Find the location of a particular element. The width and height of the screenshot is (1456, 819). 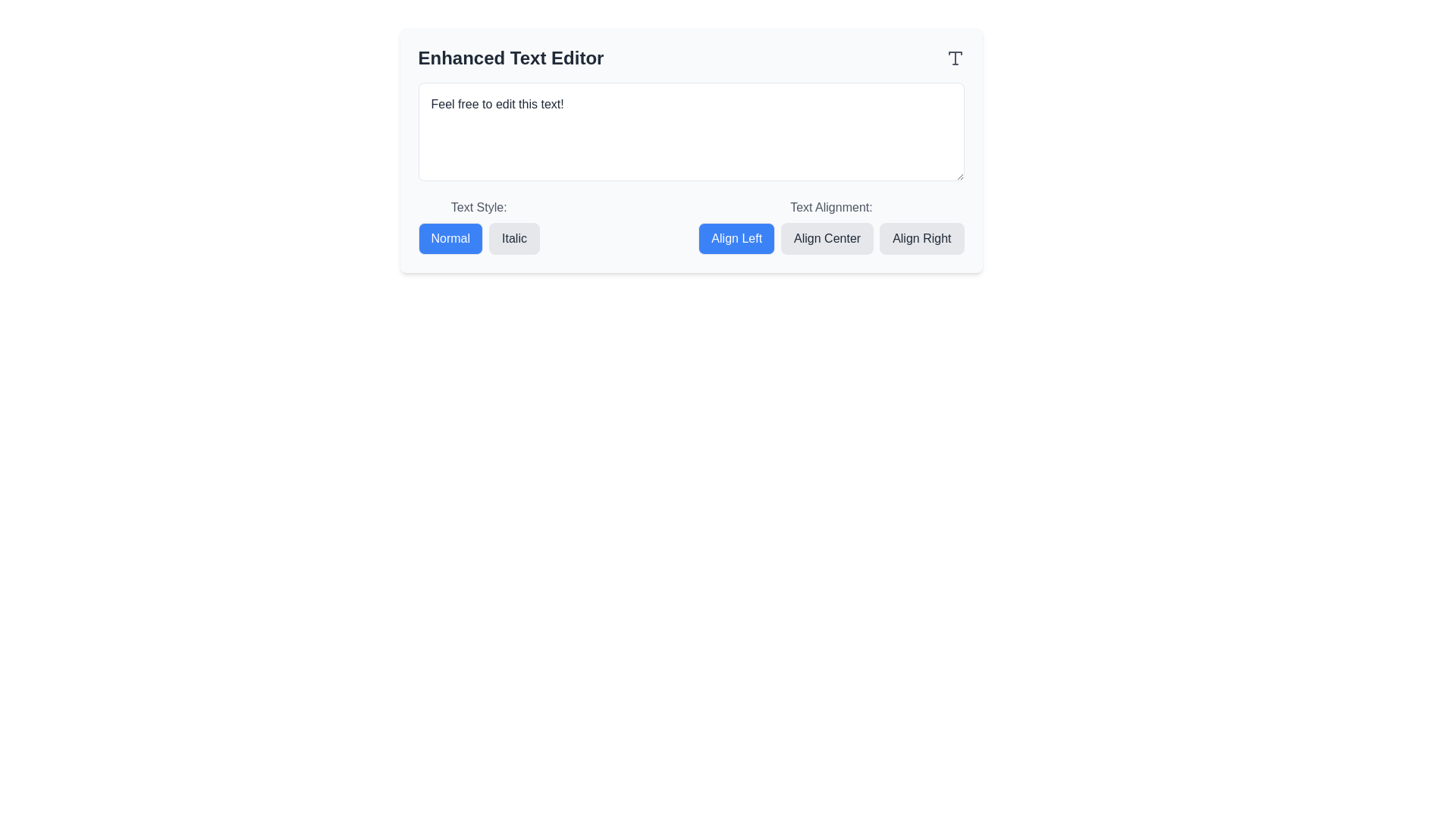

the 'Normal' text style button located beneath the 'Text Style:' label is located at coordinates (478, 227).